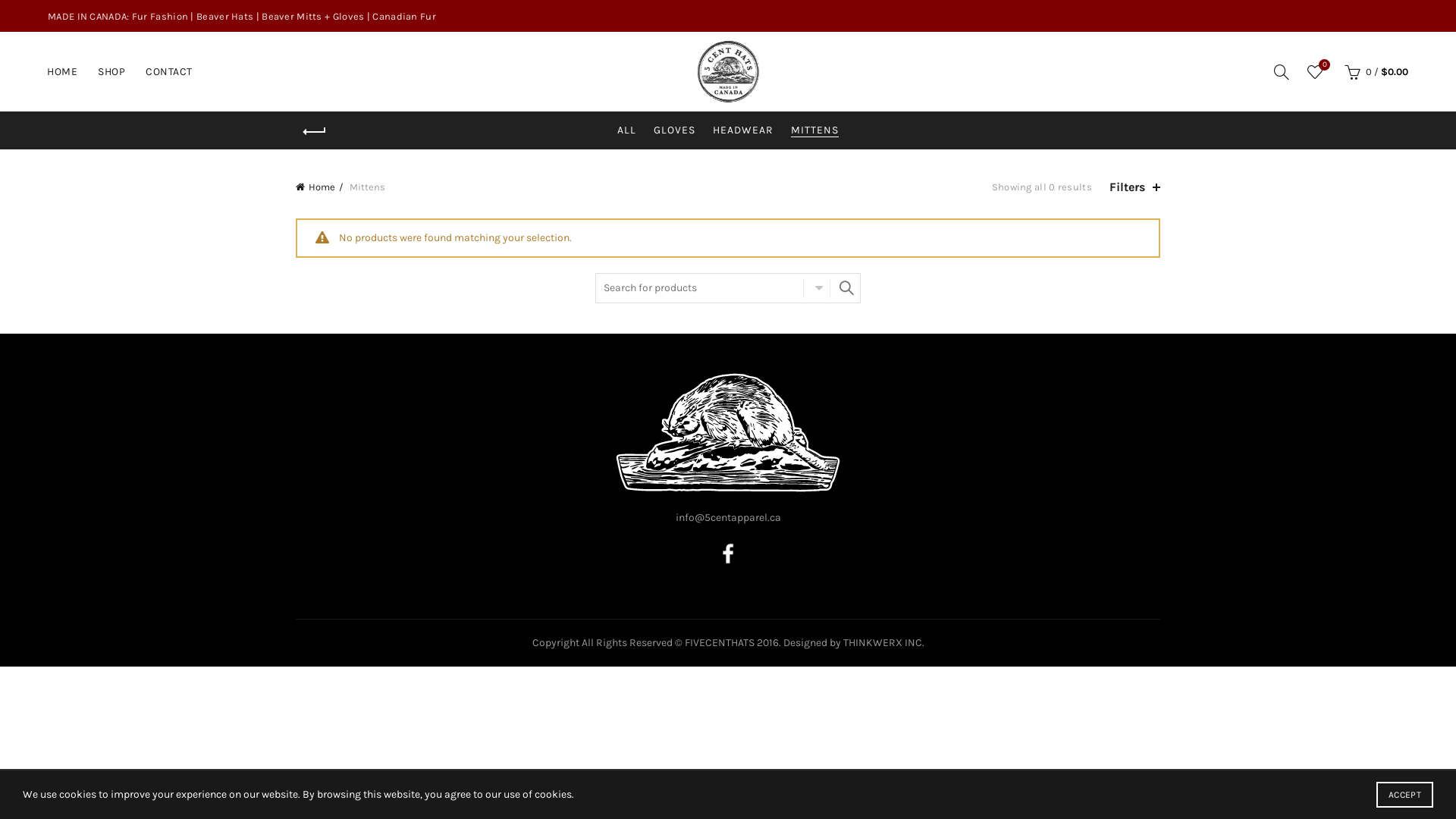  What do you see at coordinates (1374, 72) in the screenshot?
I see `'0 / $0.00'` at bounding box center [1374, 72].